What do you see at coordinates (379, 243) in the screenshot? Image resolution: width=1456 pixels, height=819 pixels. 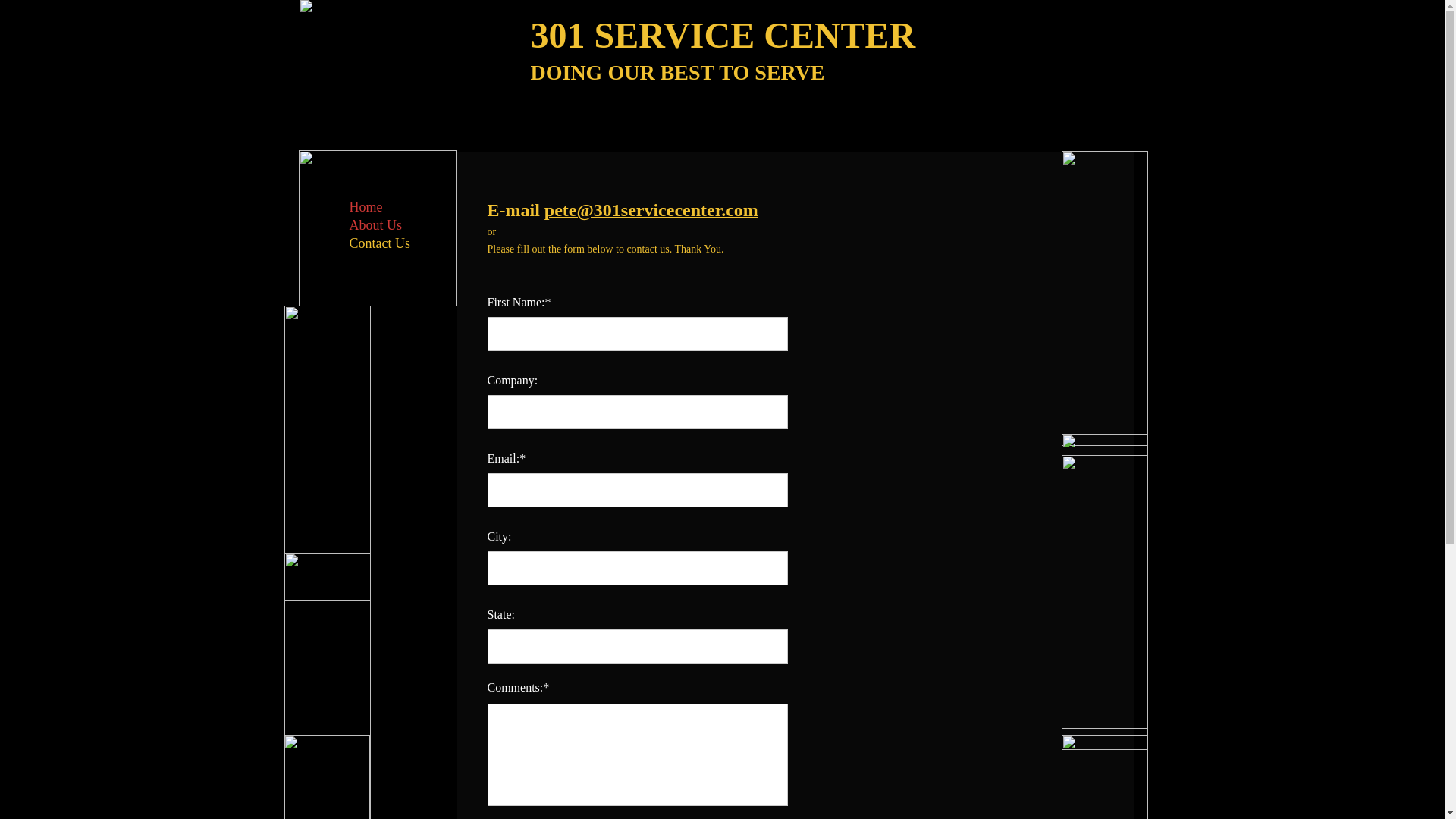 I see `'Contact Us'` at bounding box center [379, 243].